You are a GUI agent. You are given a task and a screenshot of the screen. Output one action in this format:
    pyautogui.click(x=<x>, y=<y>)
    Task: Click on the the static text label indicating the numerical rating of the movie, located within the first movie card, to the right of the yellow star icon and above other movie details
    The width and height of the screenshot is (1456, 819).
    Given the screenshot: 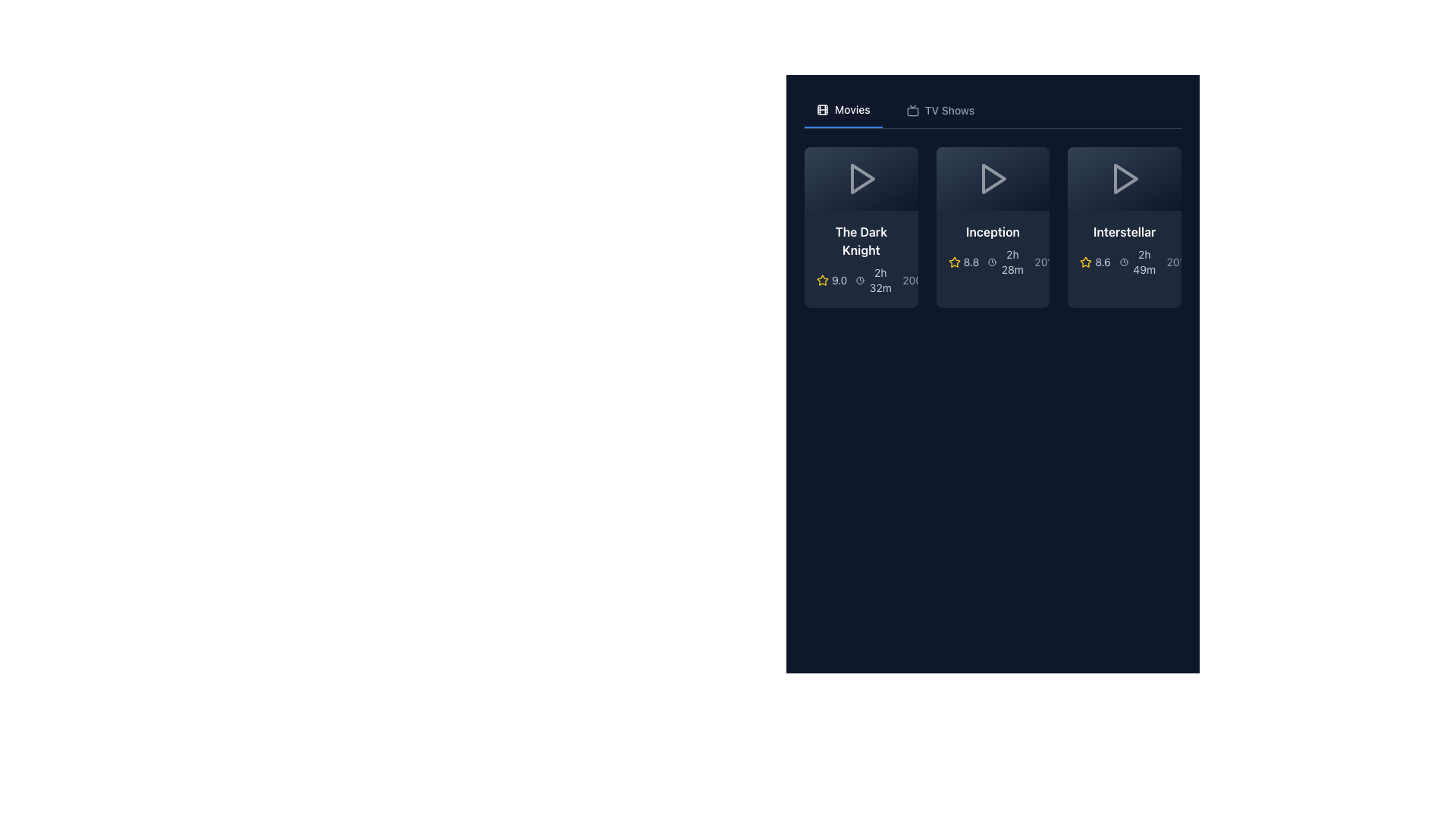 What is the action you would take?
    pyautogui.click(x=831, y=281)
    